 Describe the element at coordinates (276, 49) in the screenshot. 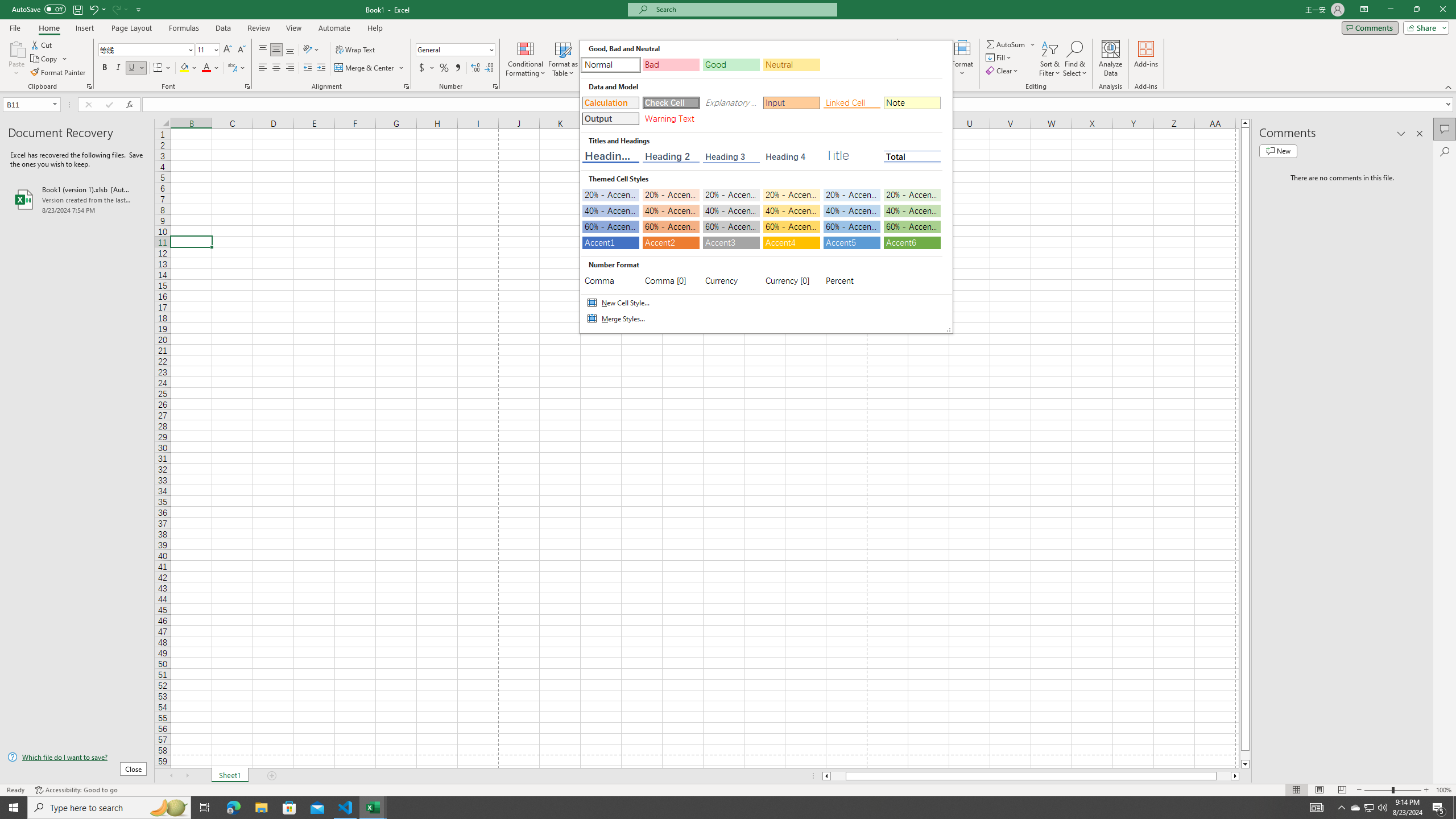

I see `'Middle Align'` at that location.